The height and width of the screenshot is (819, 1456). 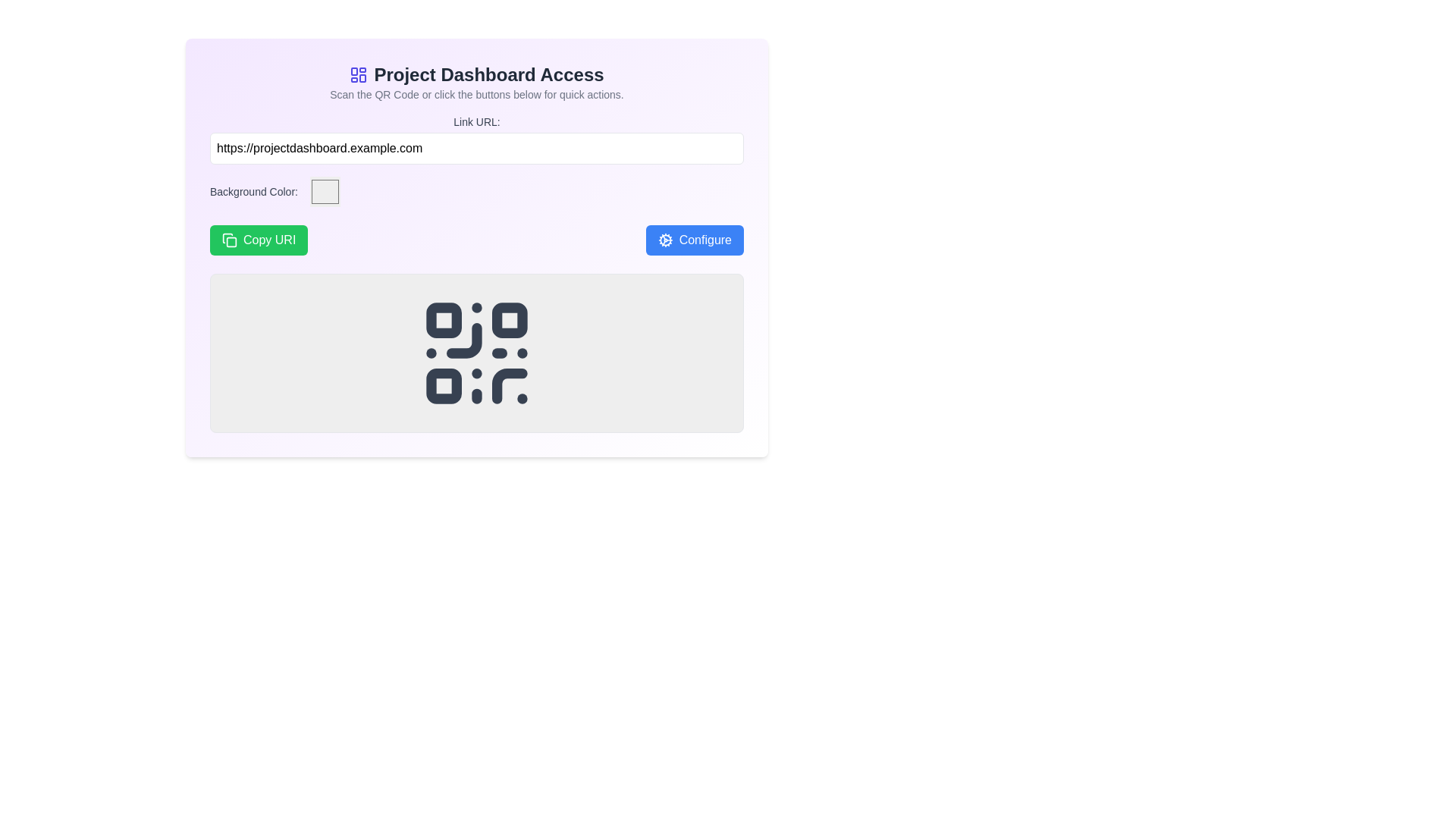 I want to click on the graphical shape located in the top right quadrant of the QR code, so click(x=463, y=340).